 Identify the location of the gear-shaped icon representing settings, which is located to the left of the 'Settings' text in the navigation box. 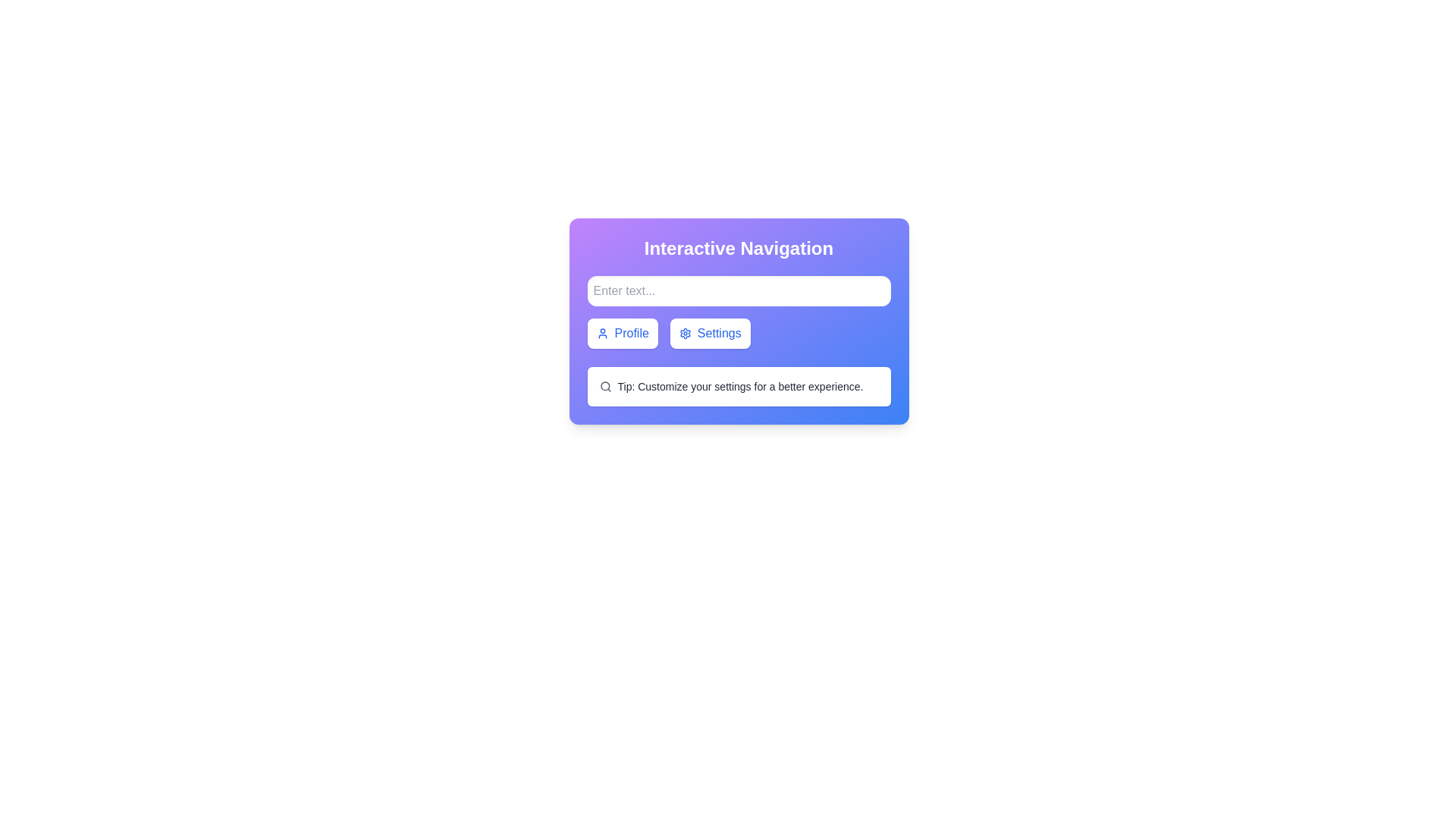
(684, 332).